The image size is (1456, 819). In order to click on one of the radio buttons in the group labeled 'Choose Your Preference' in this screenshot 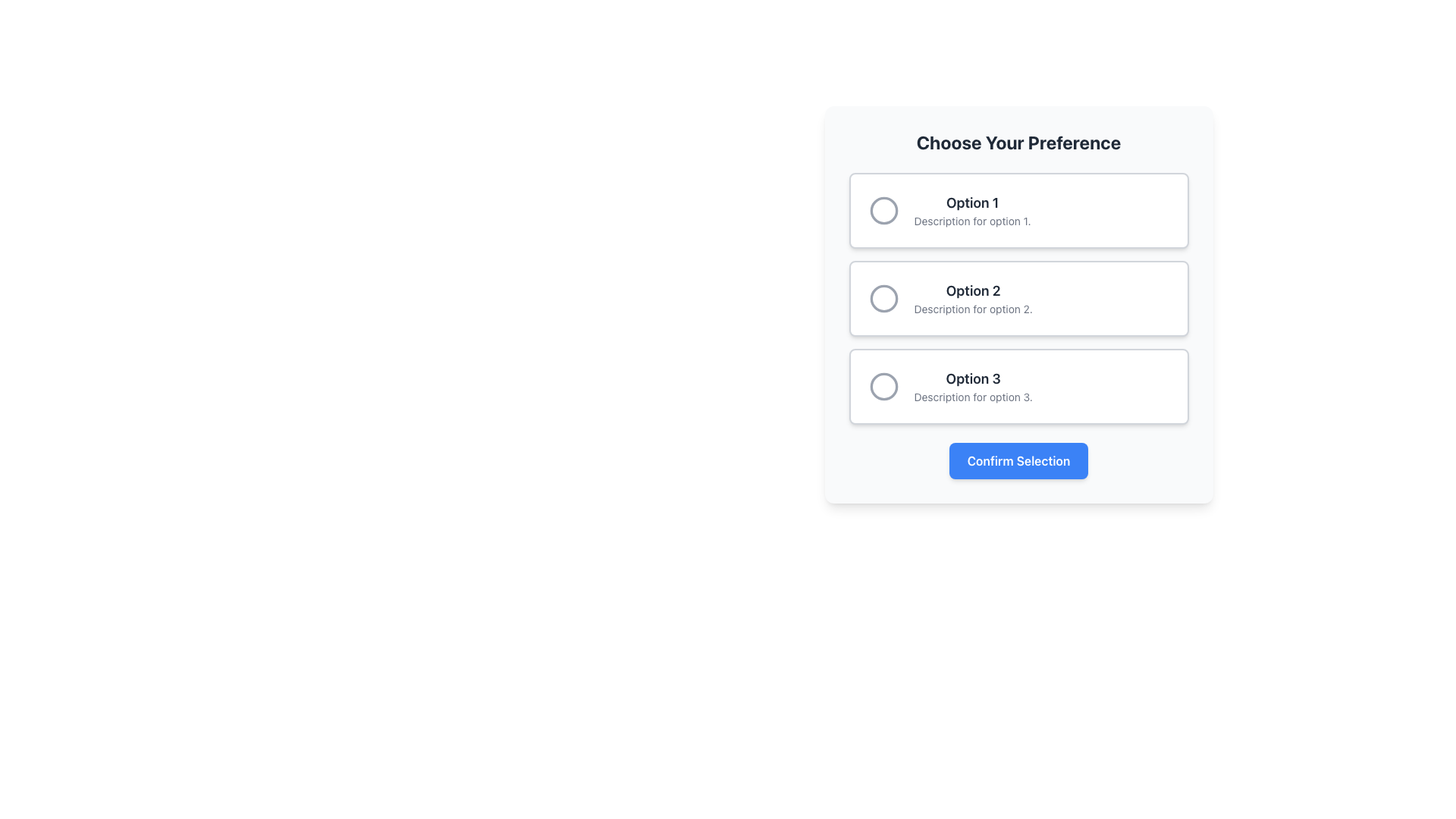, I will do `click(1018, 298)`.